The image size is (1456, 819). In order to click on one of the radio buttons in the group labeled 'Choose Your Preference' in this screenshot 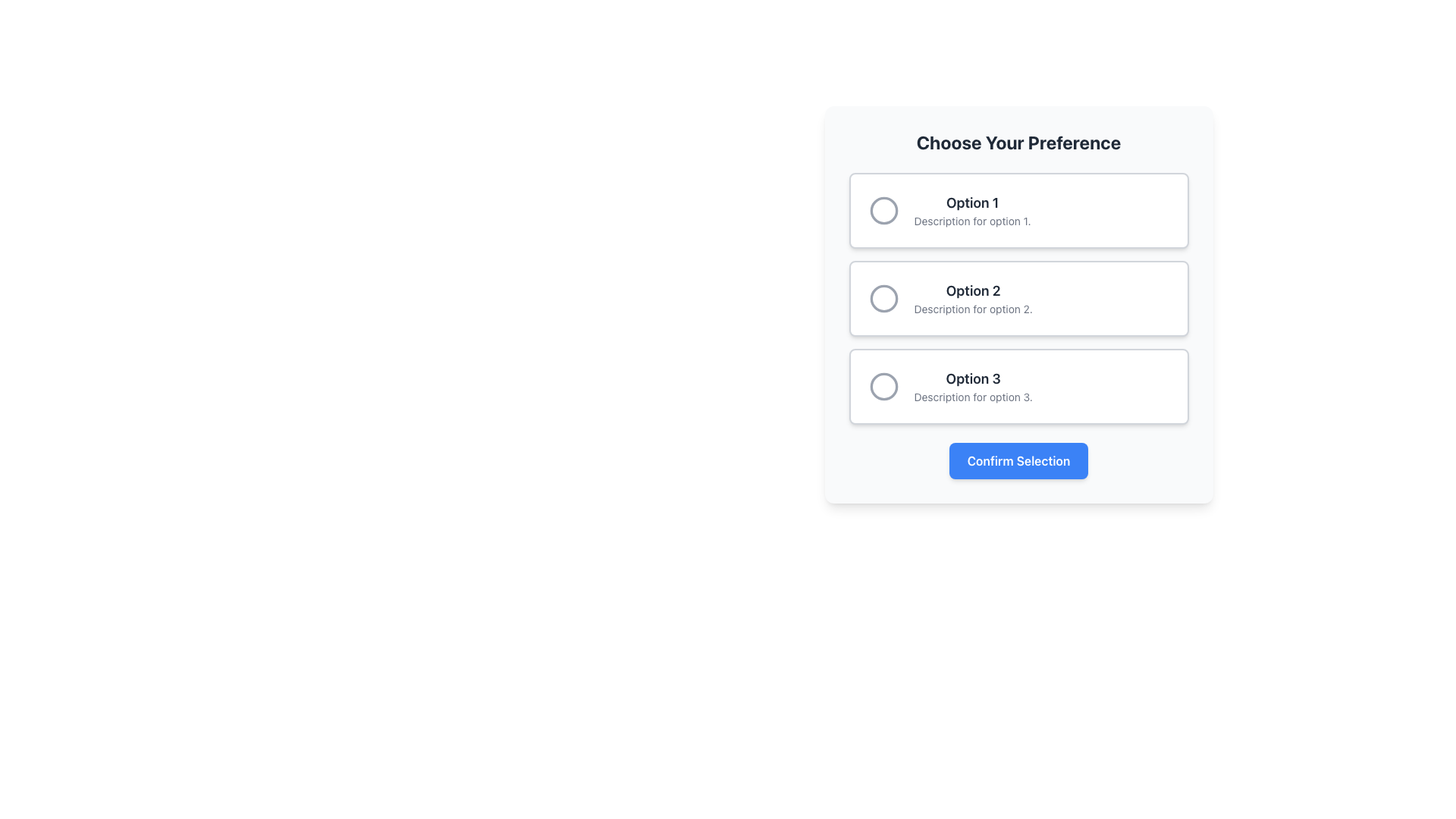, I will do `click(1018, 298)`.